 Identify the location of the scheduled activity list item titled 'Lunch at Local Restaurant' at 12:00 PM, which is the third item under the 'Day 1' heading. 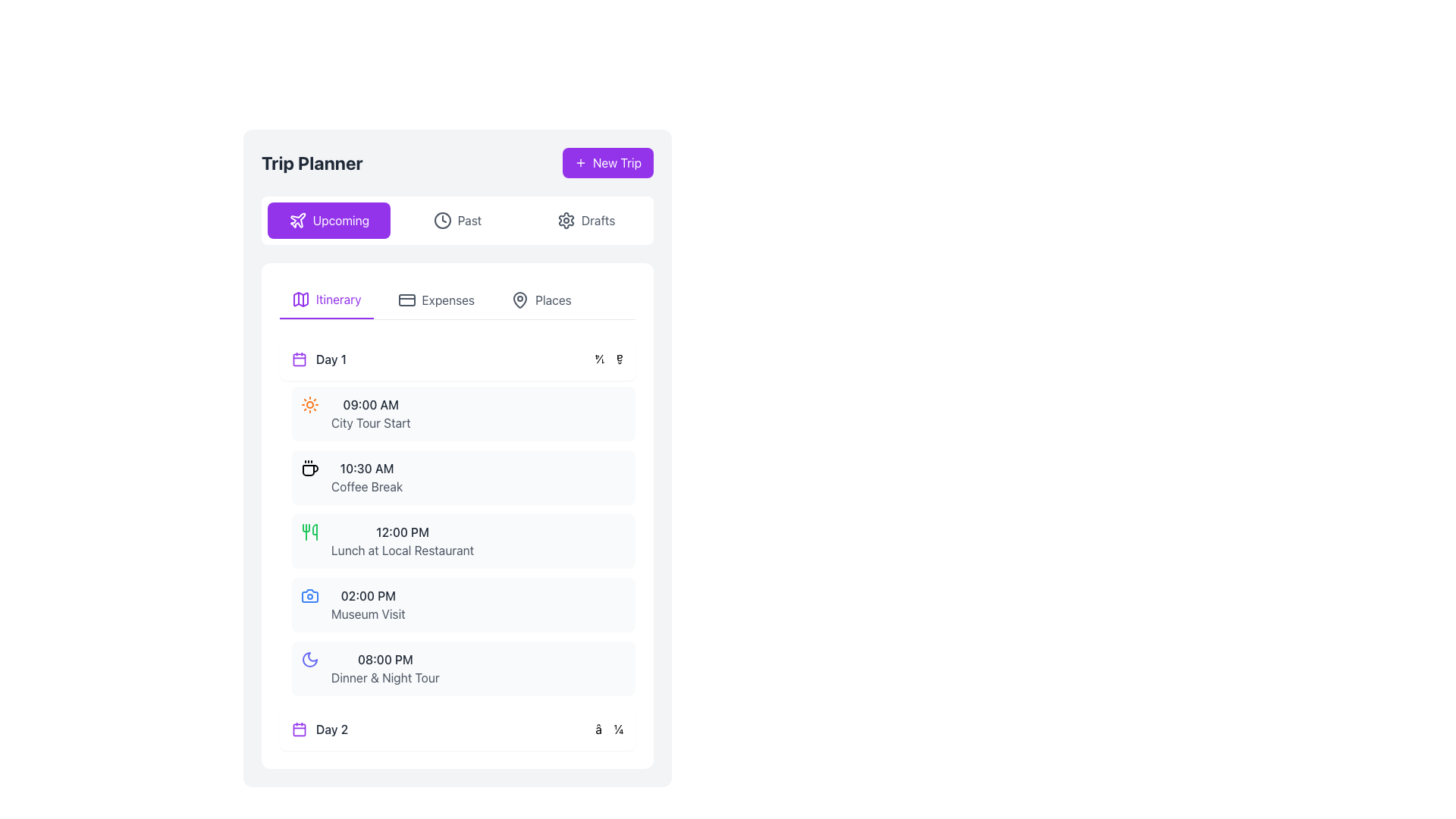
(463, 540).